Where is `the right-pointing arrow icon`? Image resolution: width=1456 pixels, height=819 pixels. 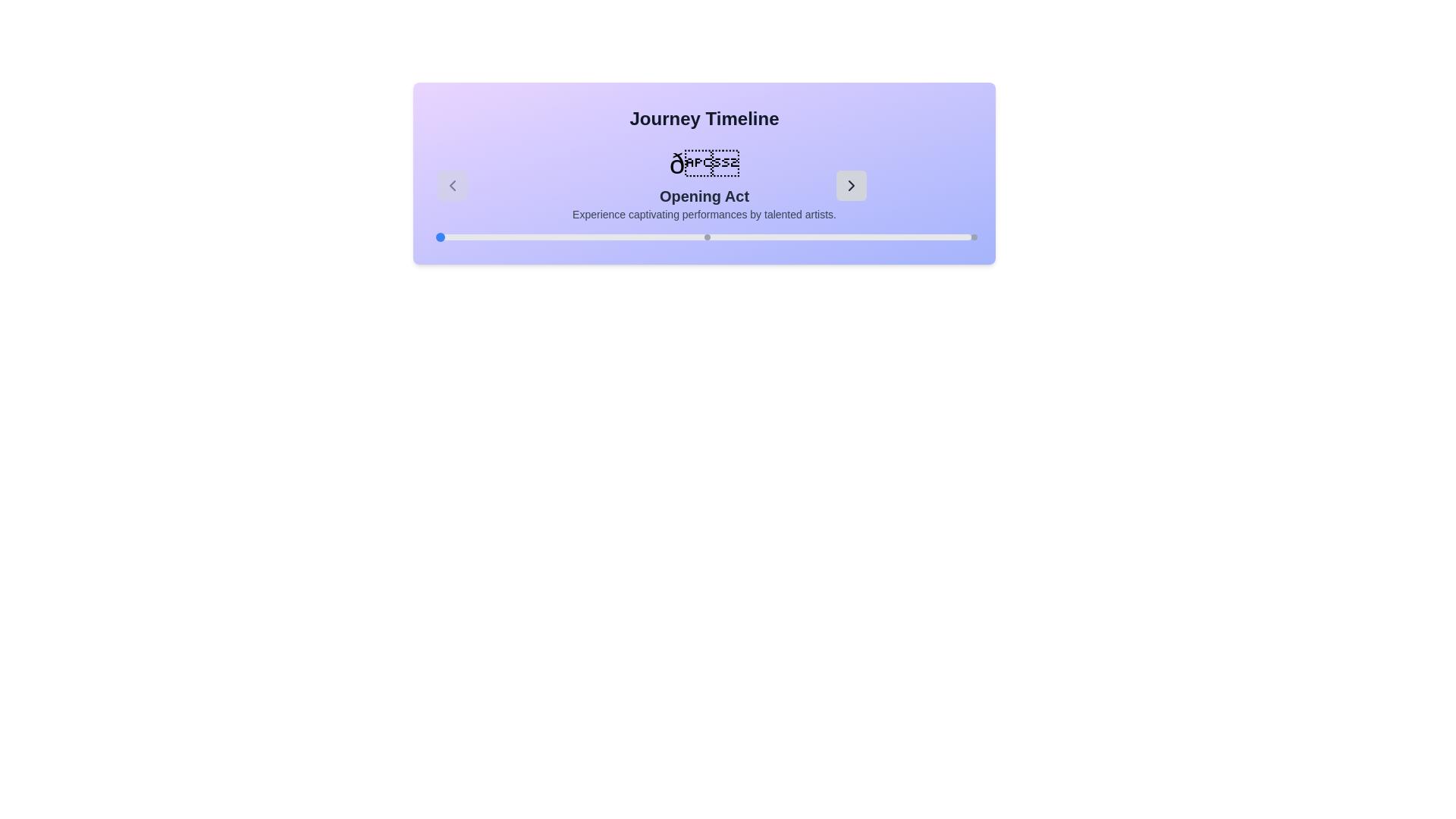 the right-pointing arrow icon is located at coordinates (852, 185).